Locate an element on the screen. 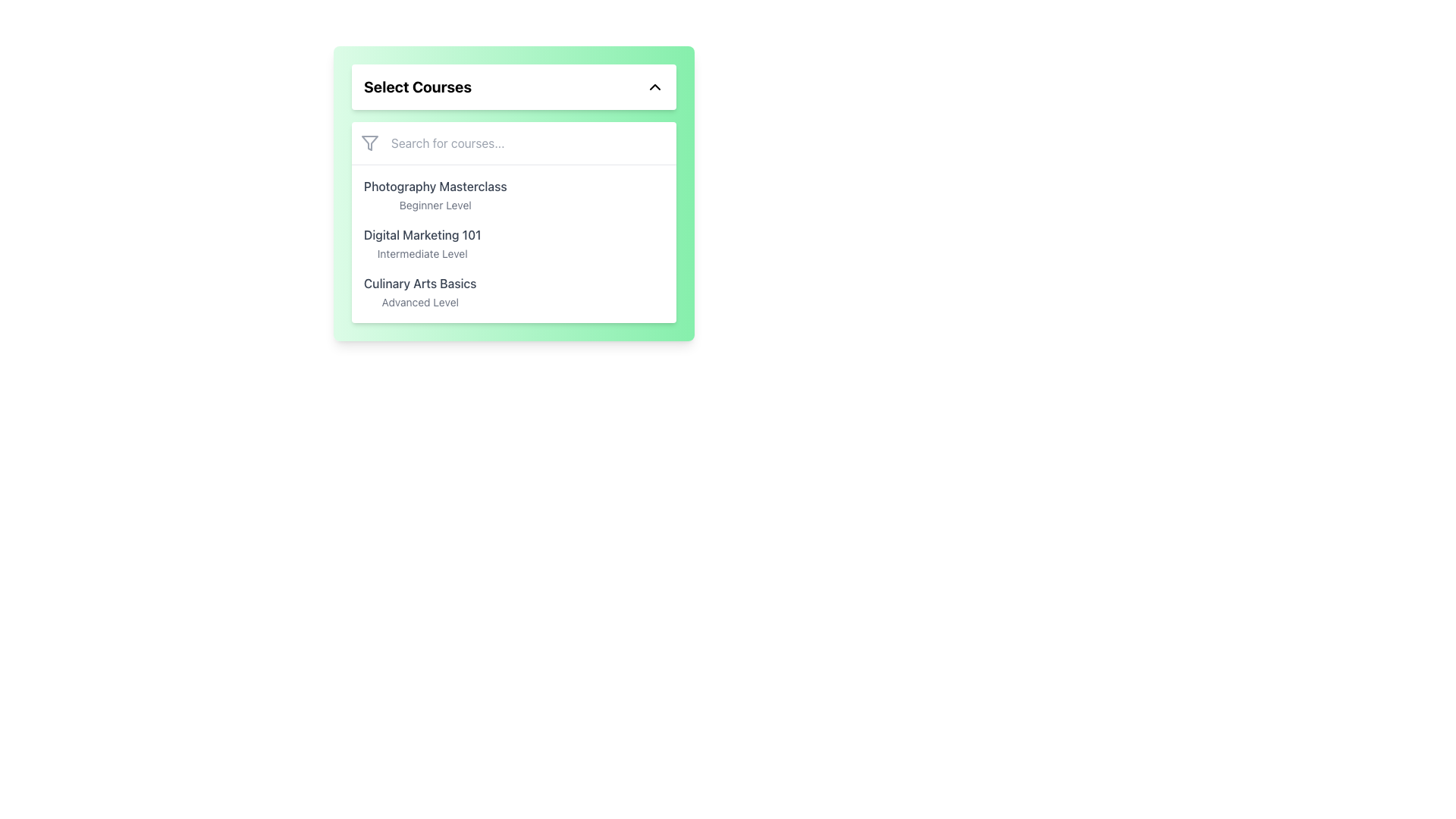 This screenshot has height=819, width=1456. the third list item labeled 'Culinary Arts Basics' is located at coordinates (513, 292).